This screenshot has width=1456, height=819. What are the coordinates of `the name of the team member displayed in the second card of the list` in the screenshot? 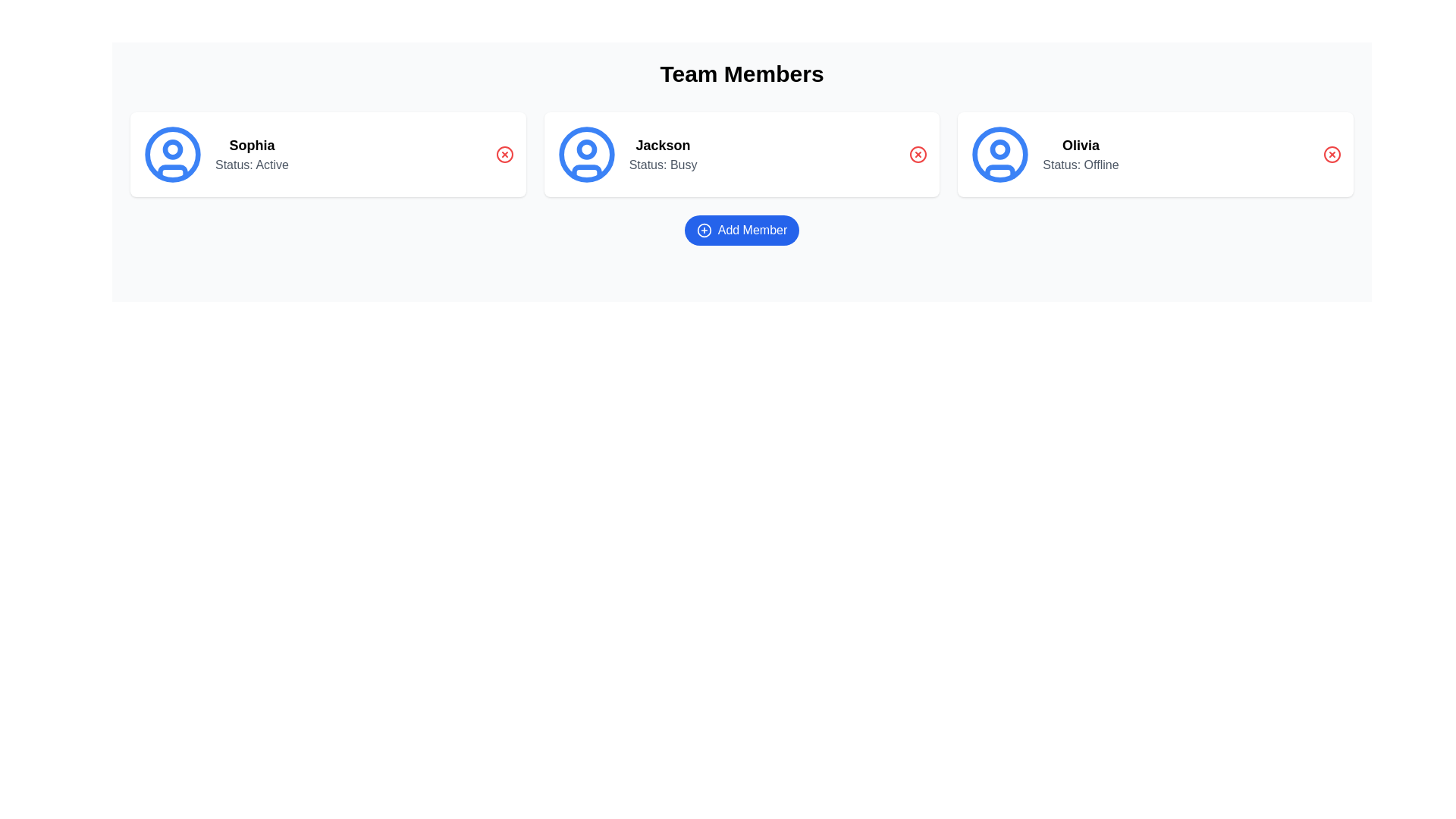 It's located at (742, 155).